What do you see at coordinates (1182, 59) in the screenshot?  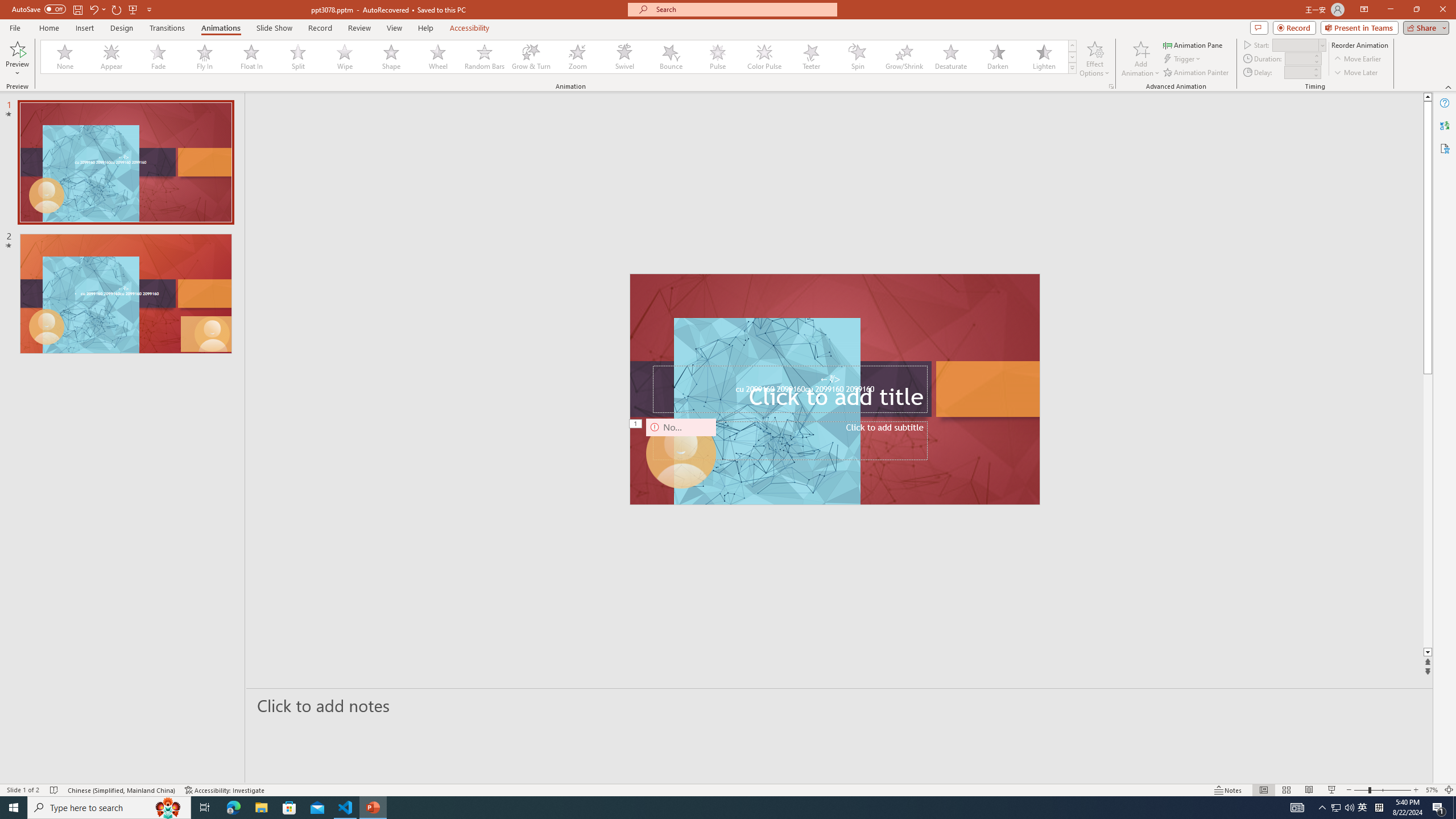 I see `'Trigger'` at bounding box center [1182, 59].